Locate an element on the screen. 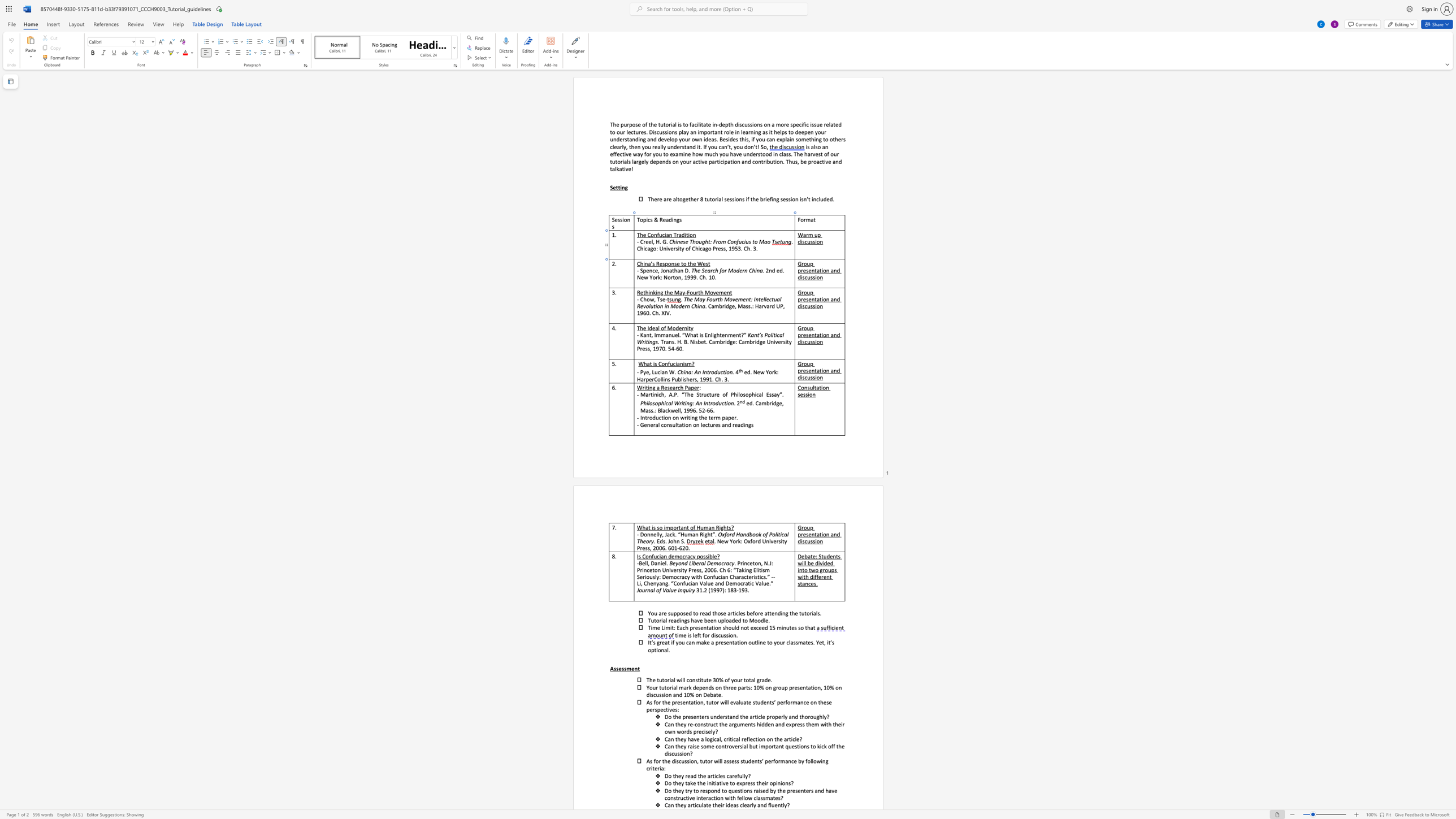  the 1th character "e" in the text is located at coordinates (647, 270).